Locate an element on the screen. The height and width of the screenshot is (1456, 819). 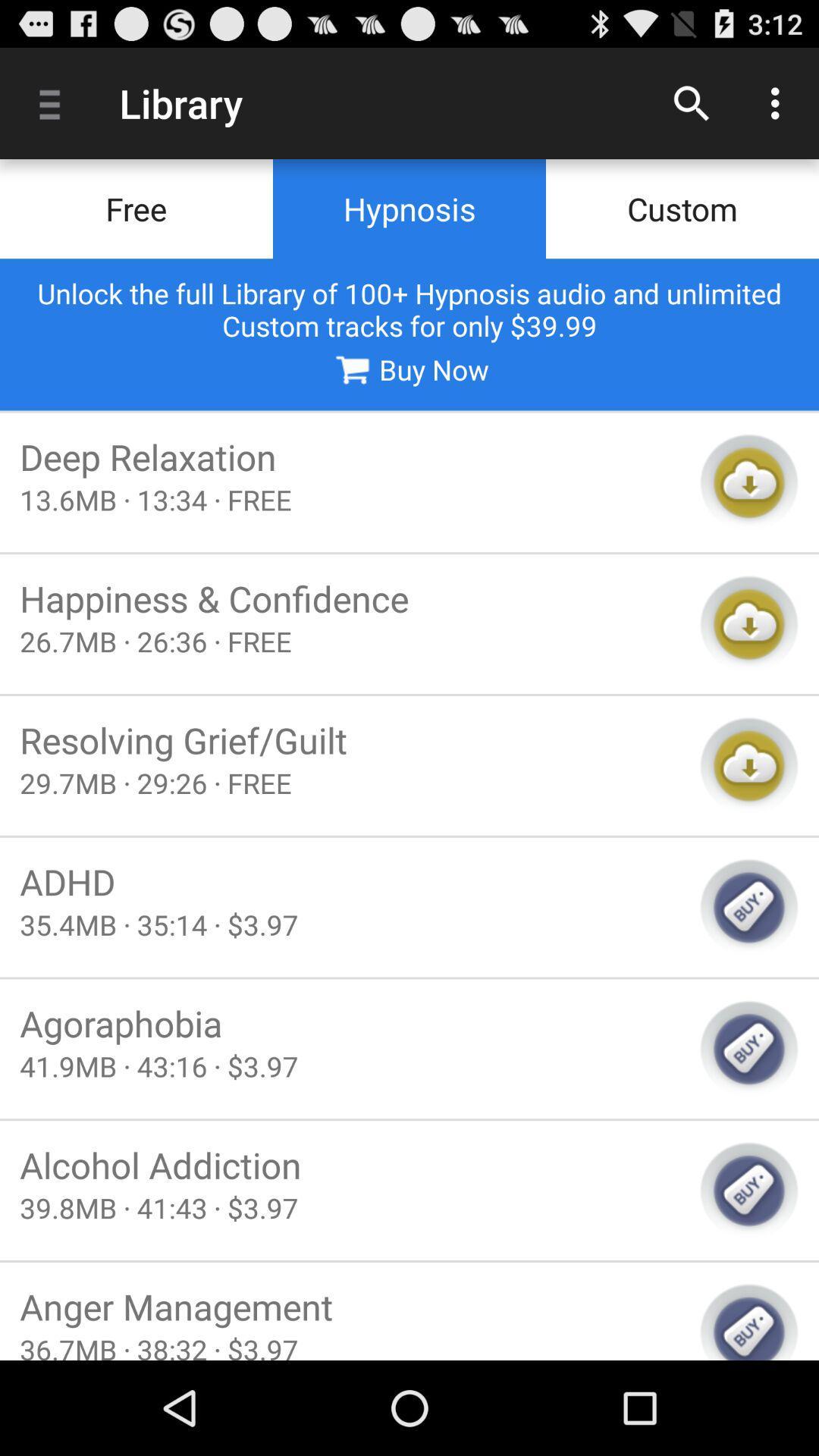
the adhd item is located at coordinates (350, 881).